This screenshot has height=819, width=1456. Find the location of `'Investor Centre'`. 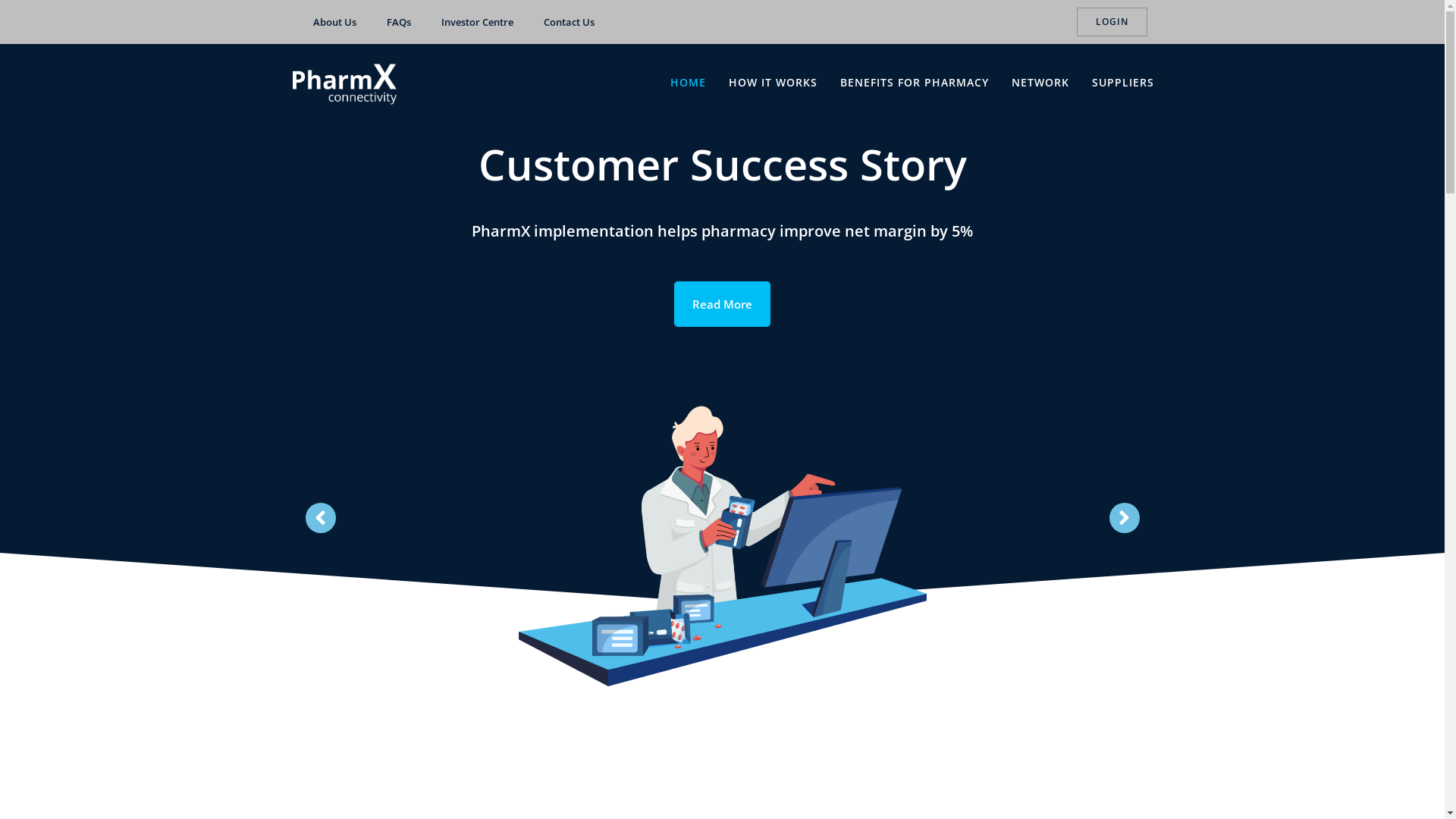

'Investor Centre' is located at coordinates (476, 22).